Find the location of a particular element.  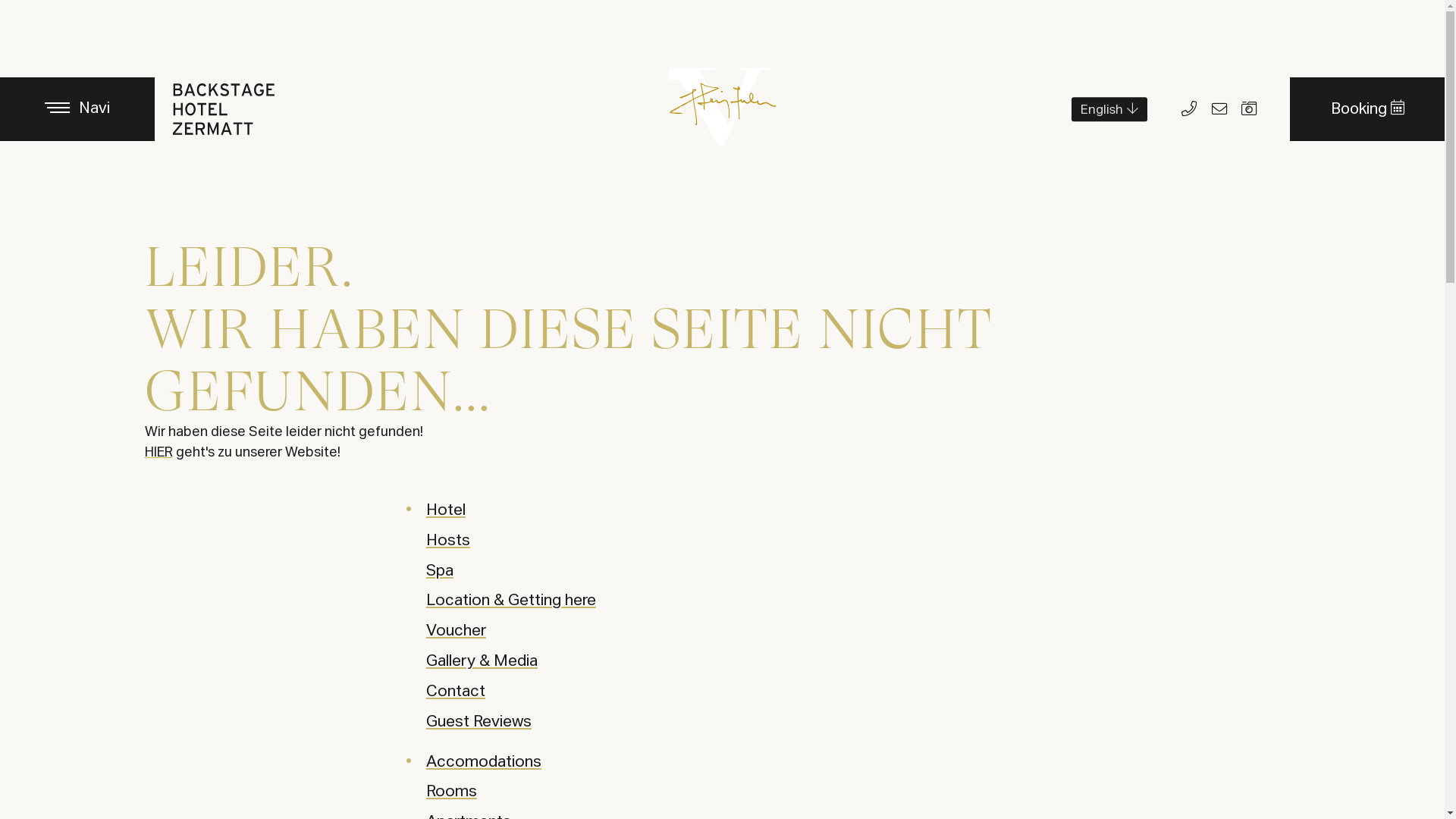

'Guest Reviews' is located at coordinates (478, 721).